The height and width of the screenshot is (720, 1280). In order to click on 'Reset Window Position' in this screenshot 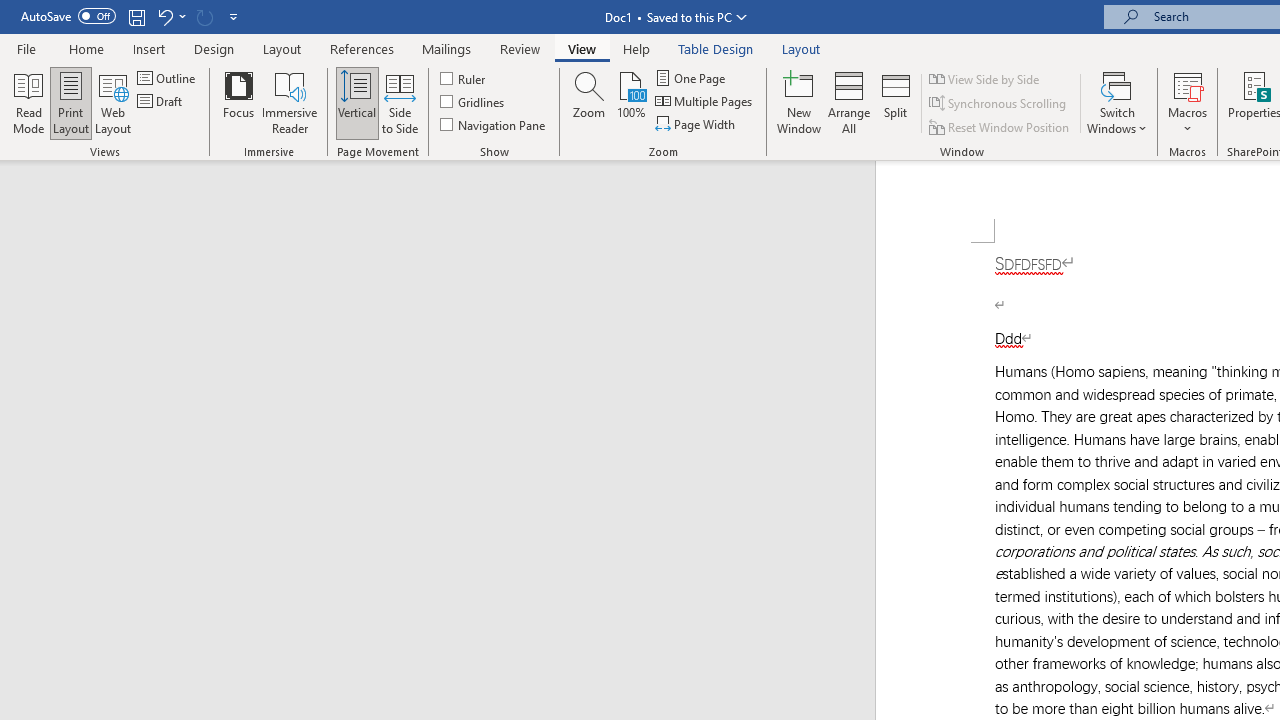, I will do `click(1000, 127)`.